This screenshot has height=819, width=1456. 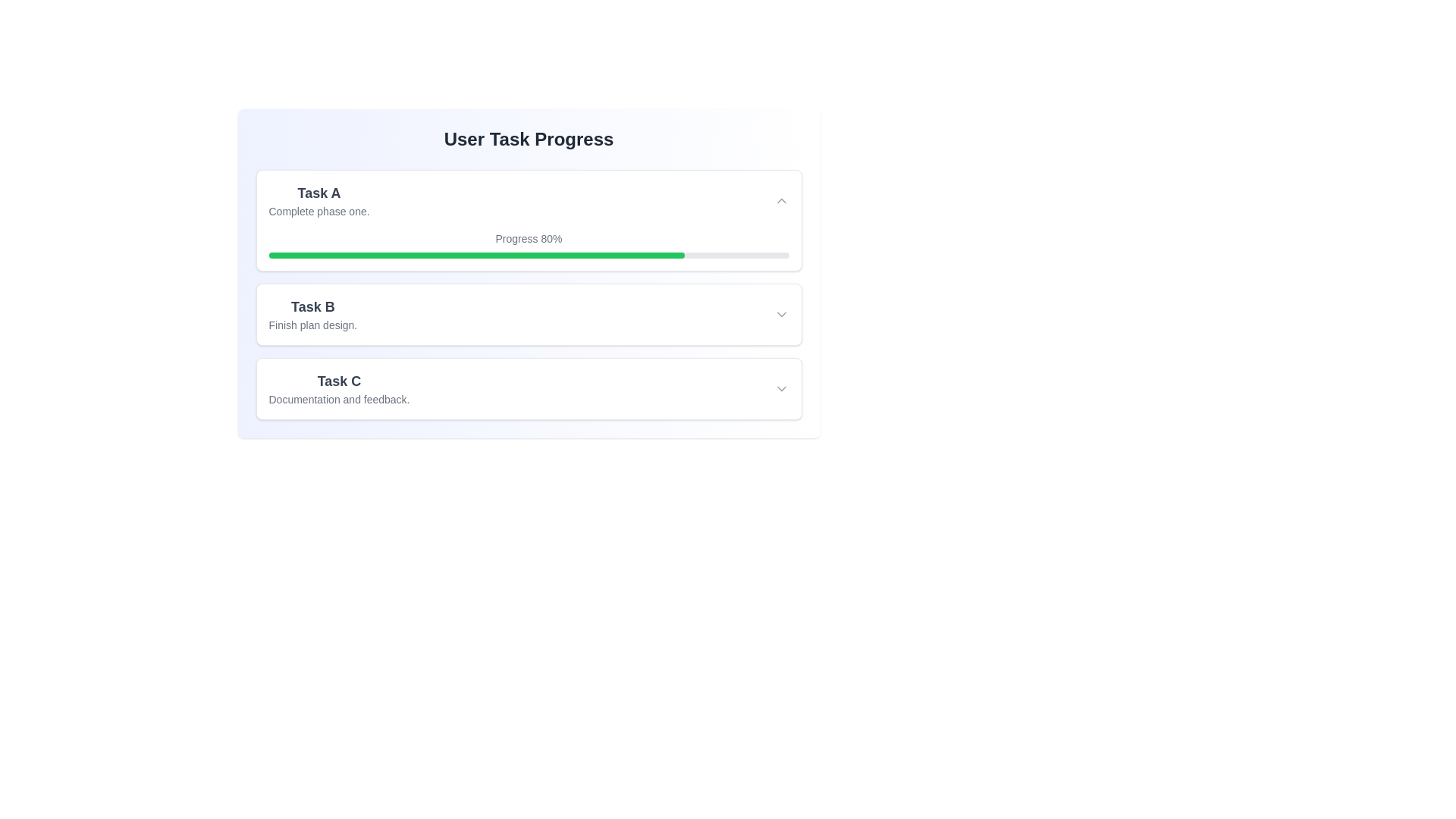 What do you see at coordinates (318, 192) in the screenshot?
I see `the 'Task A' text label, which is styled as a large bold font in gray color and positioned at the top-left corner of the first task card in the 'User Task Progress' interface` at bounding box center [318, 192].